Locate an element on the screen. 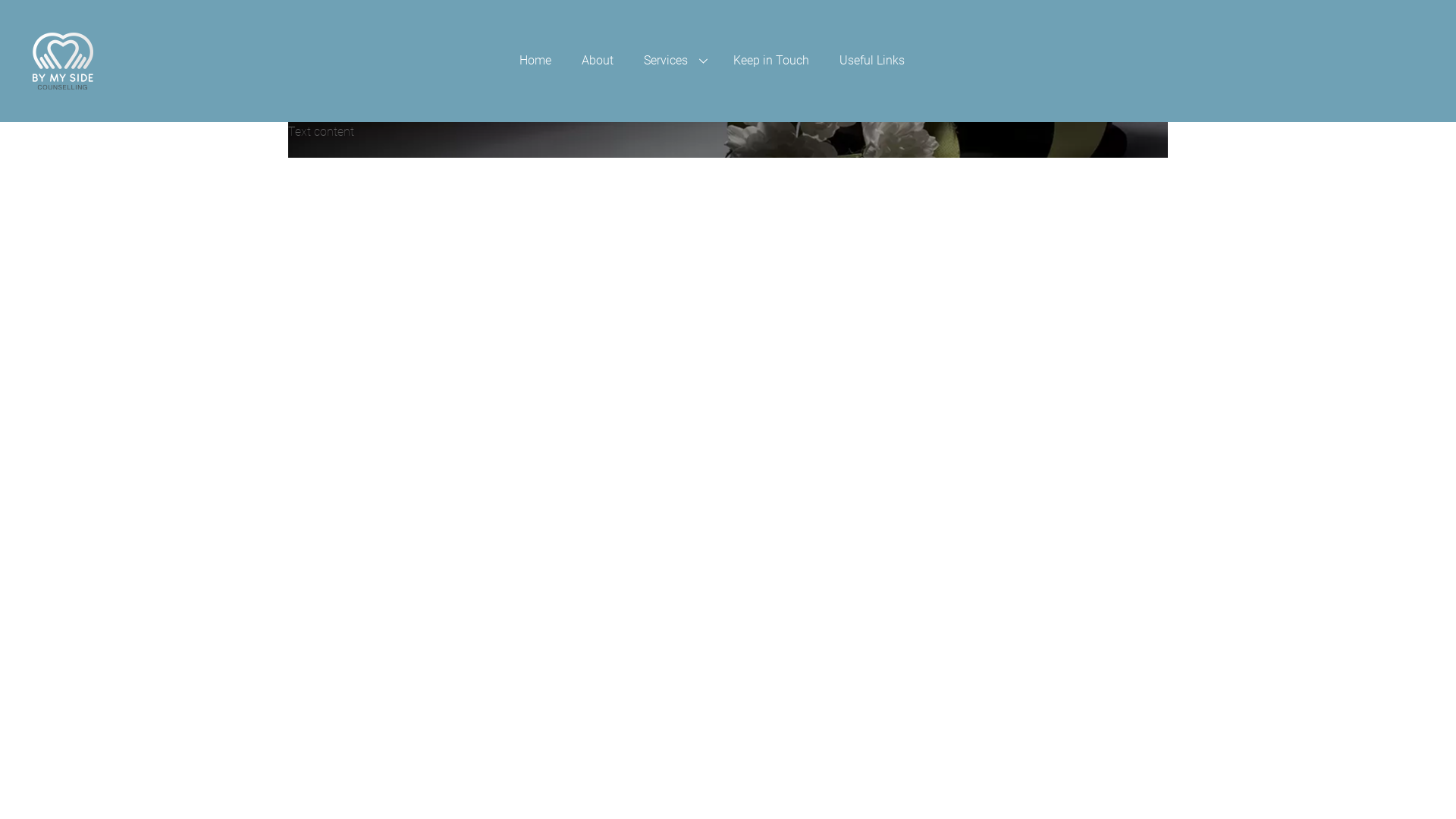 This screenshot has width=1456, height=819. 'About' is located at coordinates (566, 60).